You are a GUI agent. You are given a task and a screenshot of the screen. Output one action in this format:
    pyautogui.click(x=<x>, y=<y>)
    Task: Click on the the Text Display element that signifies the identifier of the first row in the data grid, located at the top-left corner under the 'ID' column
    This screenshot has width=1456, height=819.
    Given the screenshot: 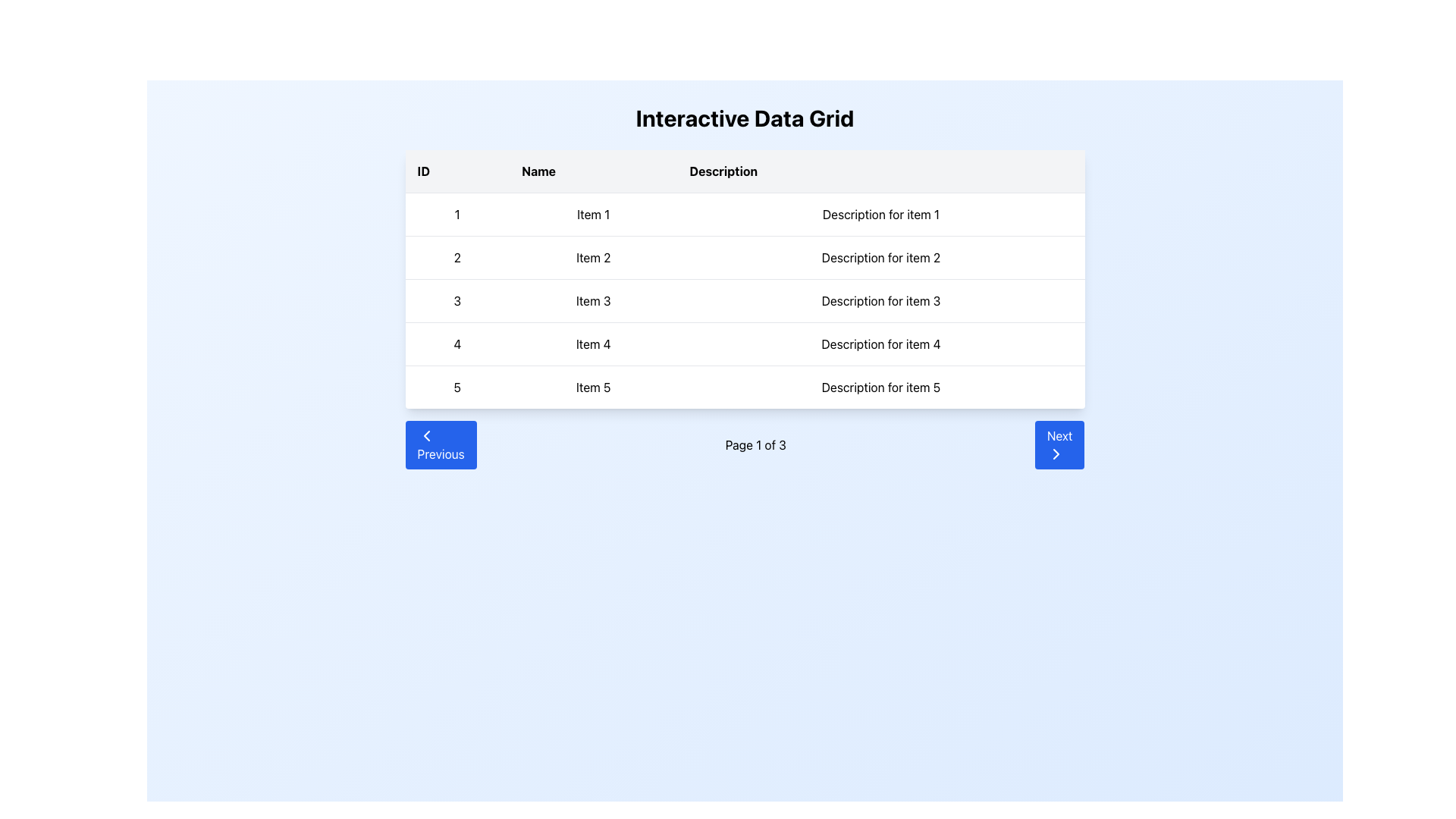 What is the action you would take?
    pyautogui.click(x=457, y=214)
    